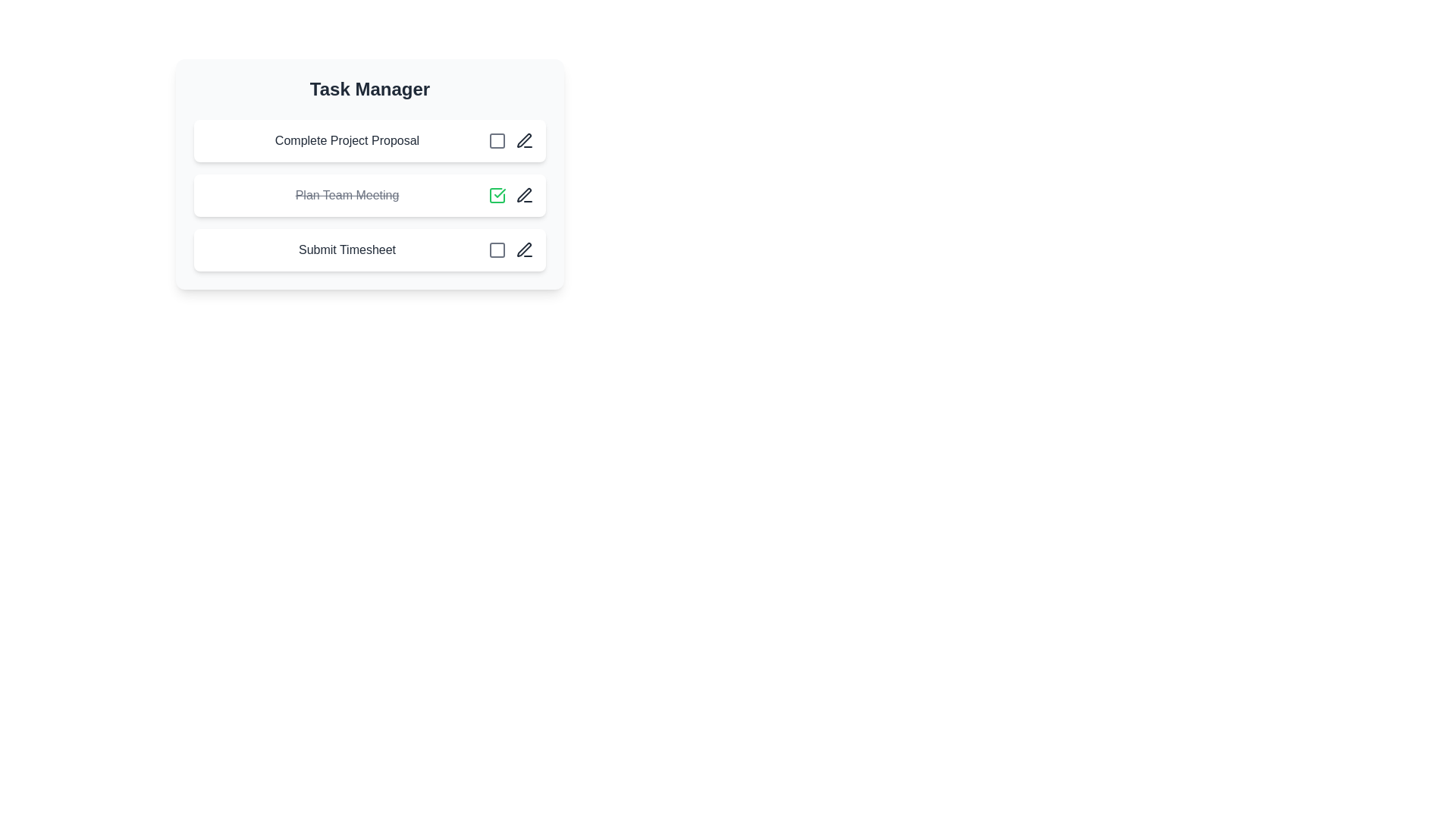 This screenshot has width=1456, height=819. What do you see at coordinates (524, 195) in the screenshot?
I see `the icon button resembling a pen, located to the right of the 'Plan Team Meeting' task item` at bounding box center [524, 195].